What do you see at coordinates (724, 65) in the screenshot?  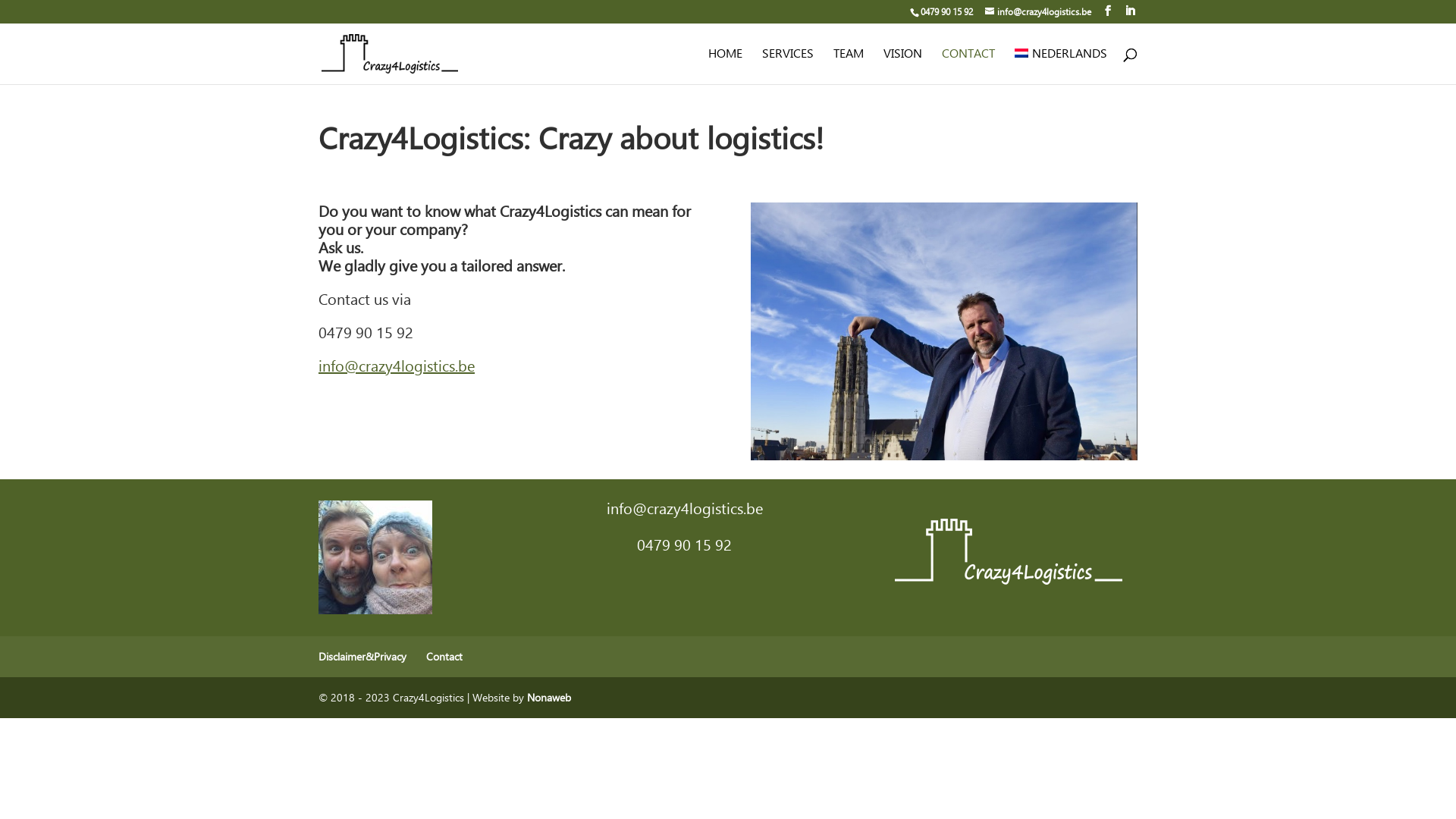 I see `'HOME'` at bounding box center [724, 65].